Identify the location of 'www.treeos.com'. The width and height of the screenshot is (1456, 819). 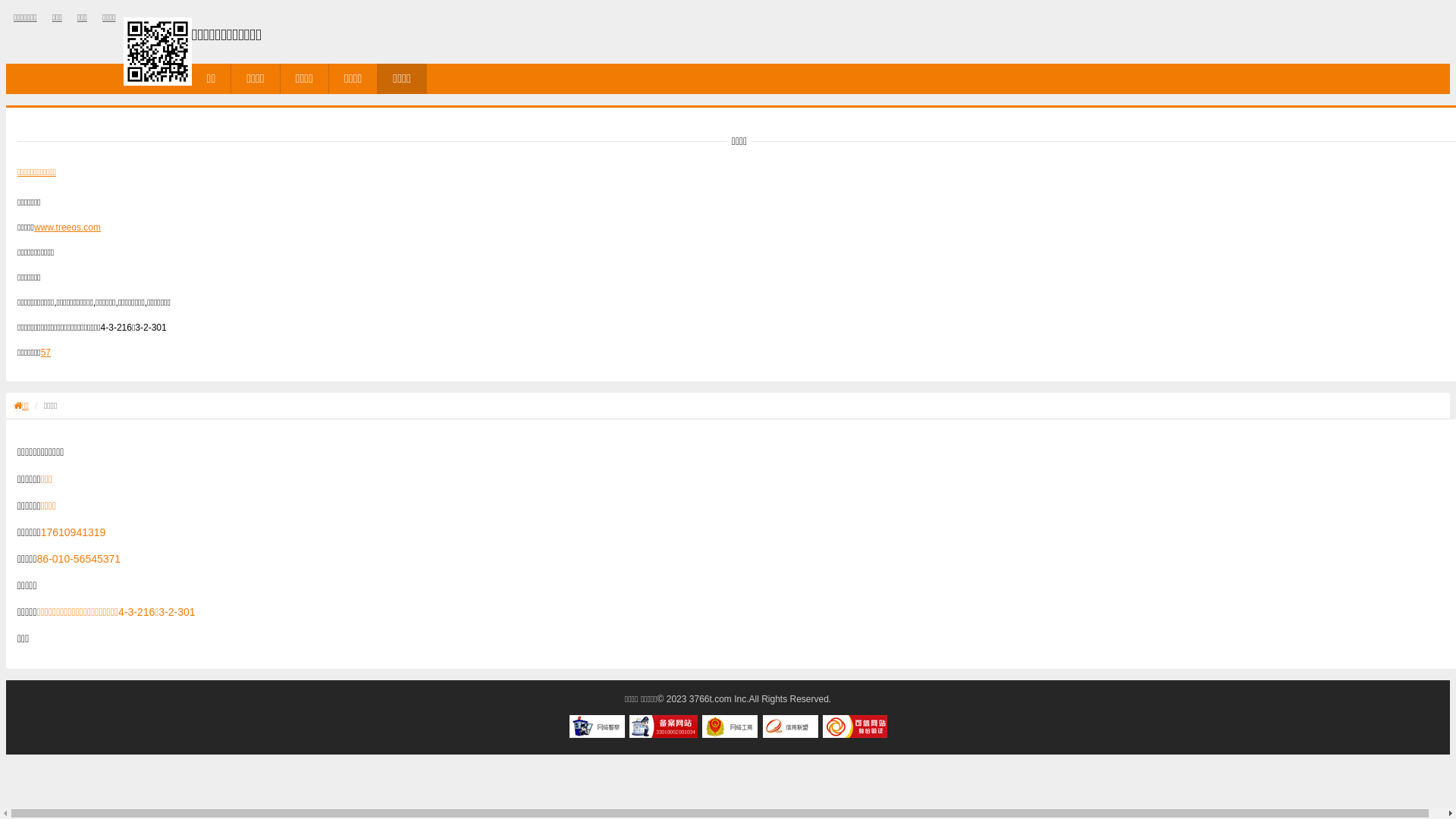
(67, 227).